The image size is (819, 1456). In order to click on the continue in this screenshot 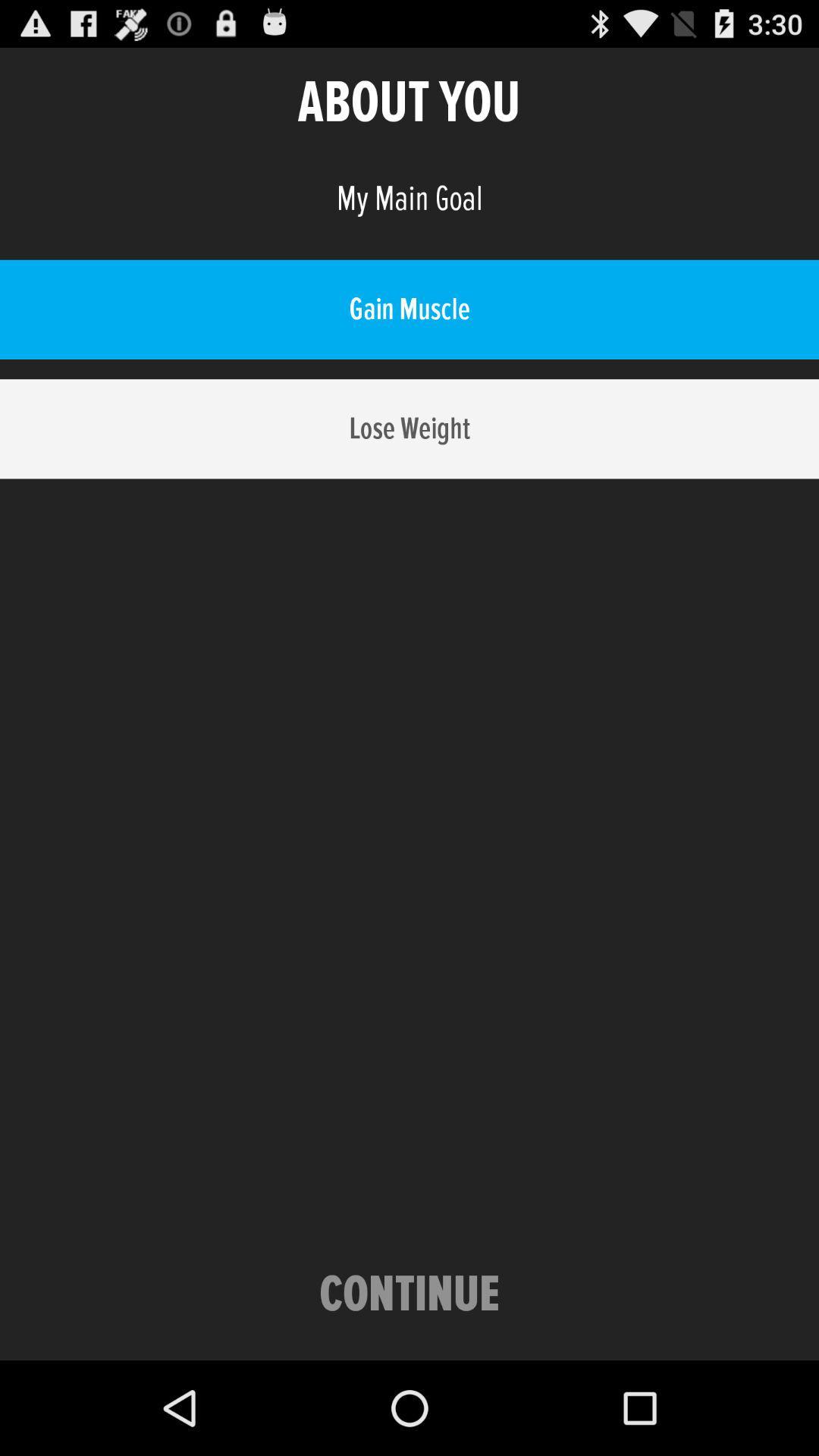, I will do `click(409, 1294)`.